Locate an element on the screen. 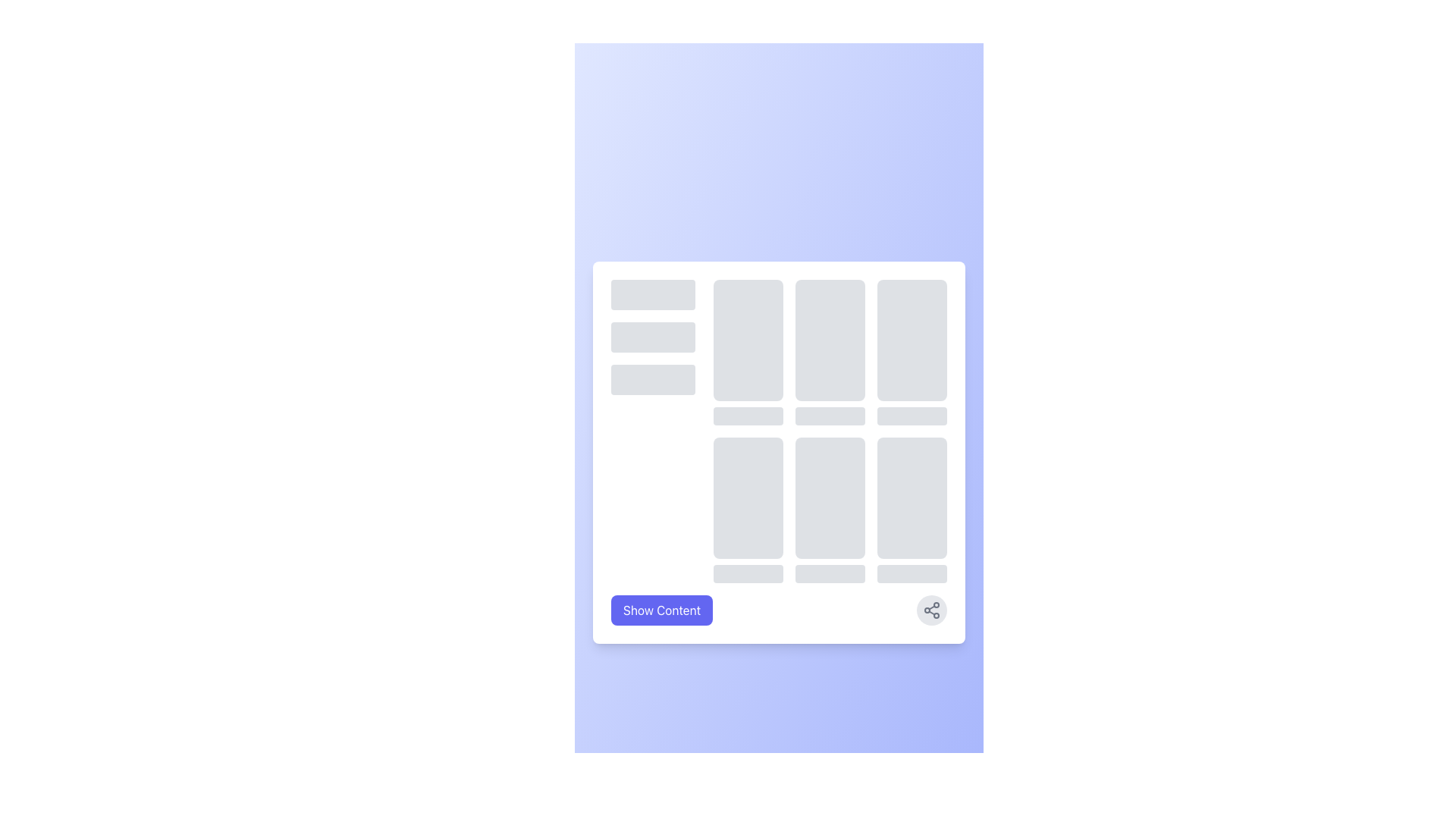 The width and height of the screenshot is (1456, 819). the share icon composed of three connected nodes, rendered in gray on a light gray circular background, located in the bottom right corner of the interface is located at coordinates (930, 610).